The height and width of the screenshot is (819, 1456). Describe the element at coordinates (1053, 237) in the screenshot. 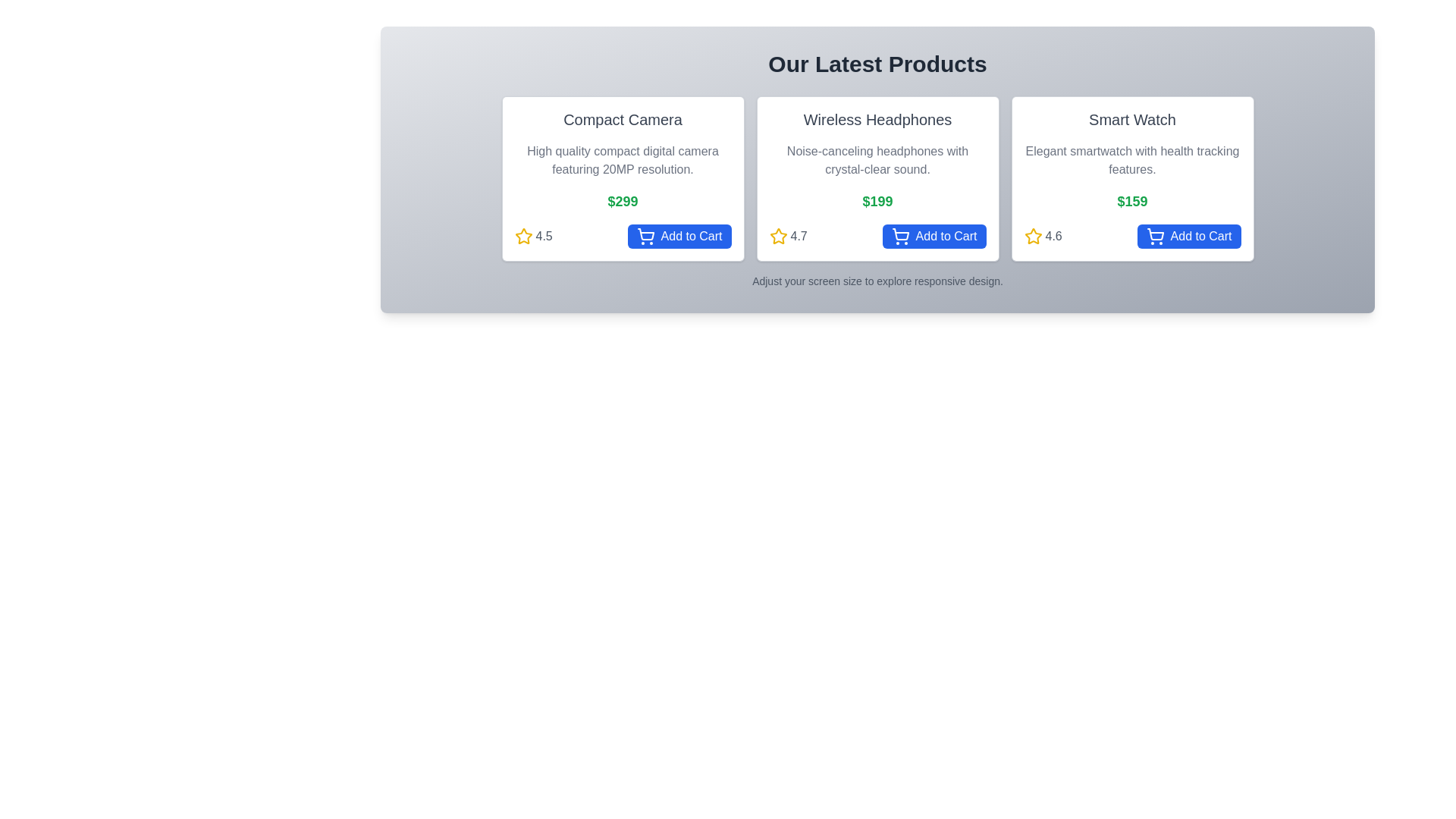

I see `the text label displaying the average user rating score for the 'Smart Watch' product, which is located to the right of the yellow star icon in the product card` at that location.